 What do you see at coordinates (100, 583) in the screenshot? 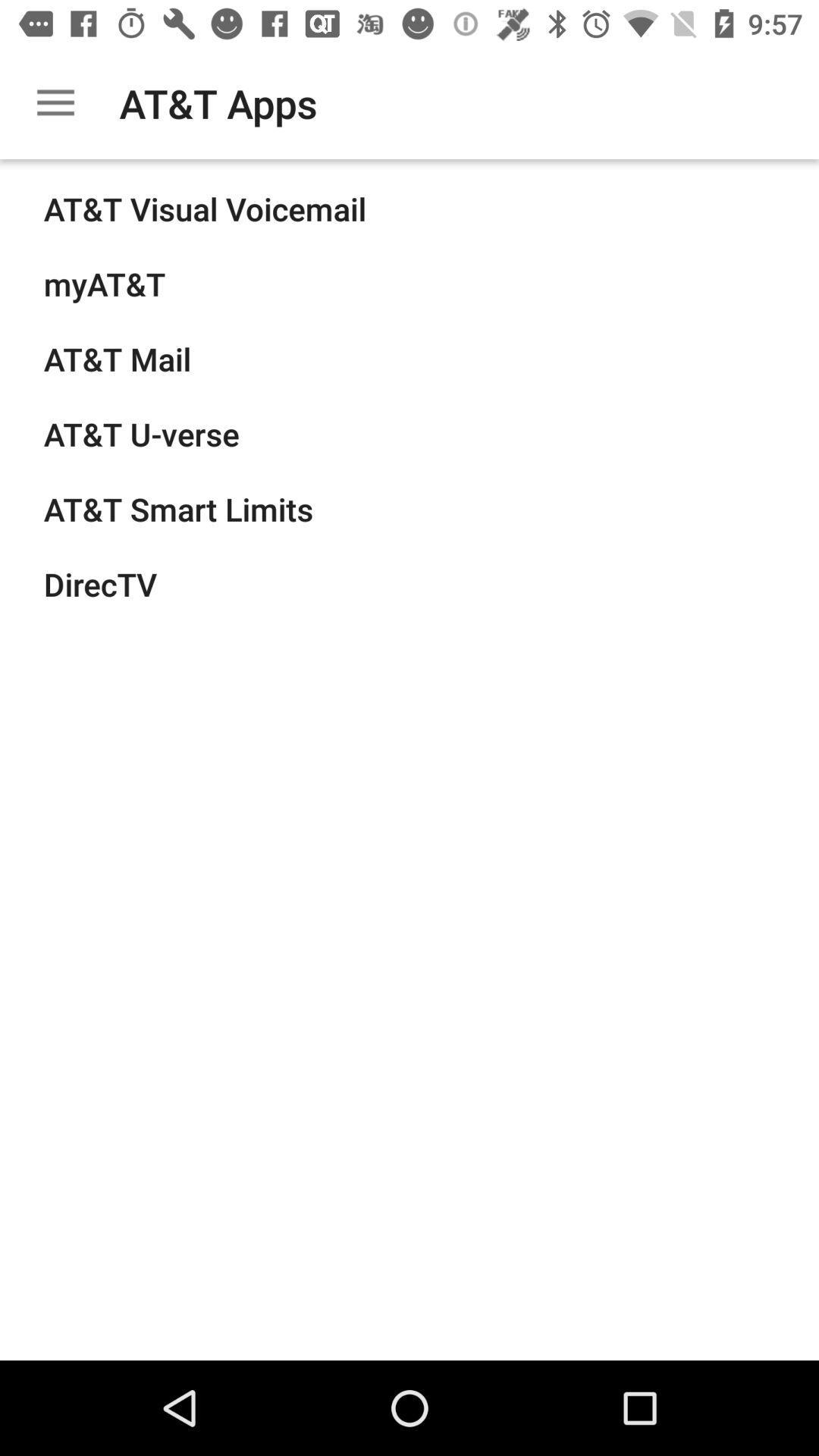
I see `the item below at t smart icon` at bounding box center [100, 583].